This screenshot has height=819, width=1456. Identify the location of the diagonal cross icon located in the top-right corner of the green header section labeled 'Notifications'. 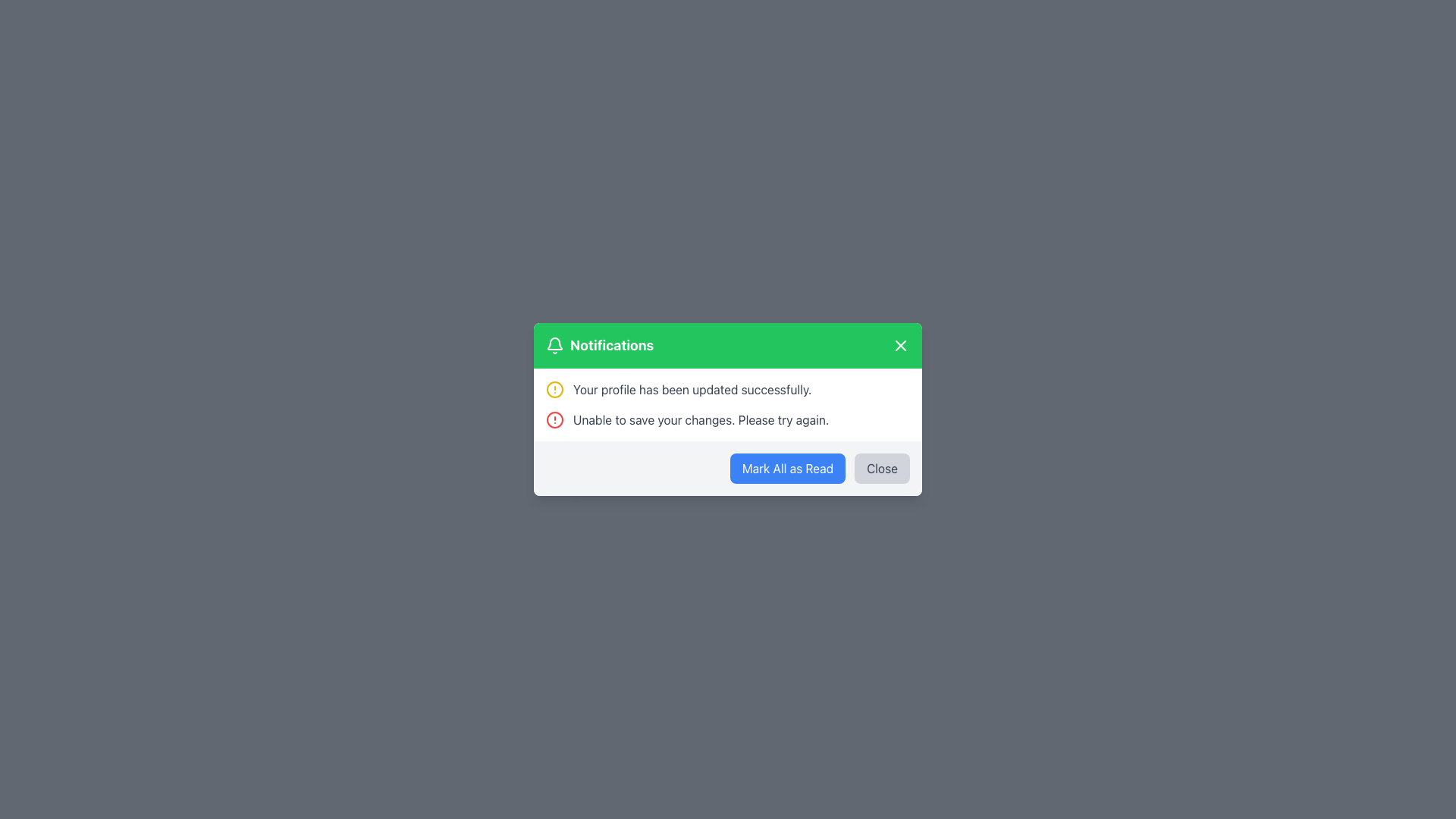
(901, 345).